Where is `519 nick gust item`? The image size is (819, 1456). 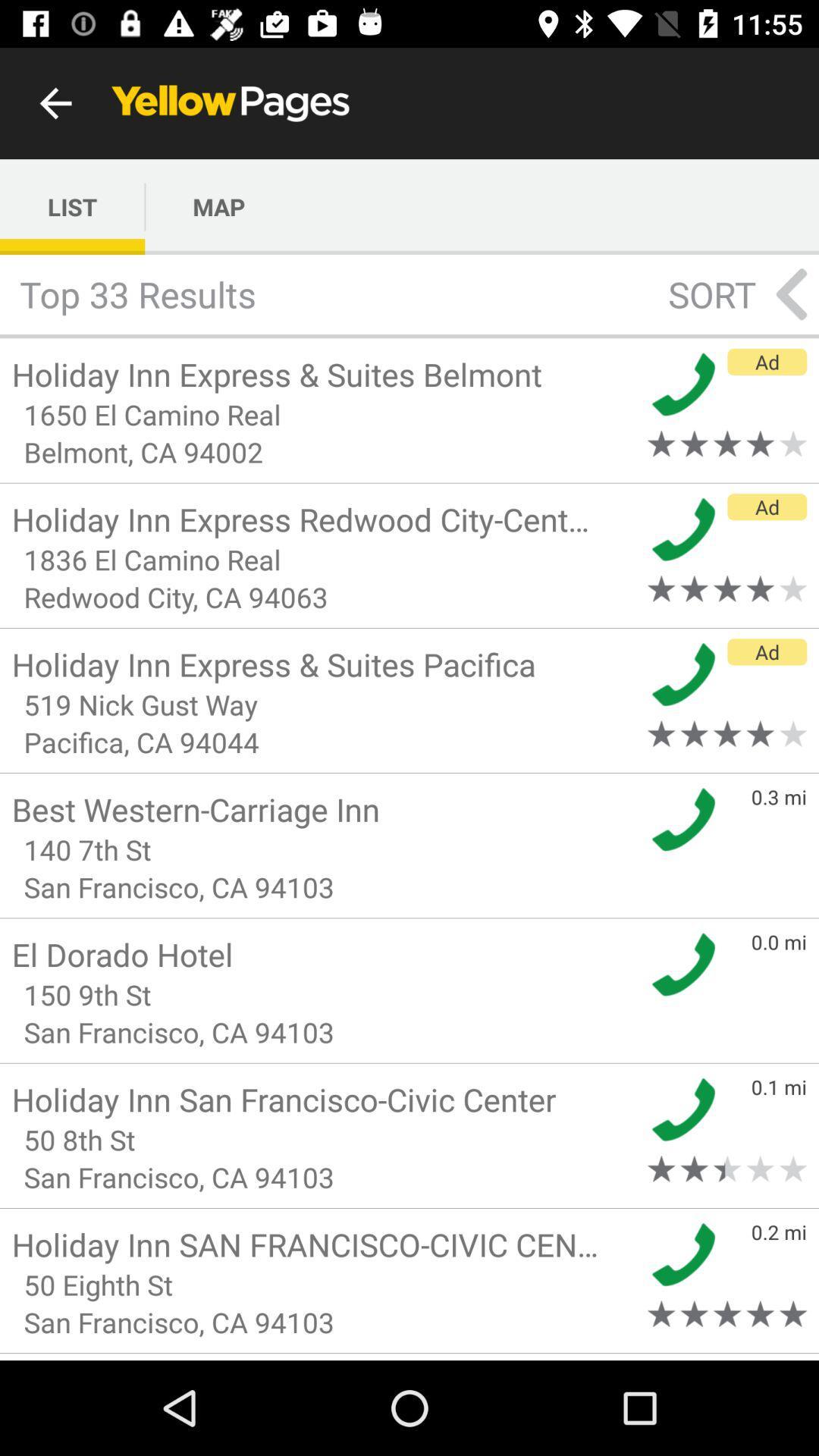
519 nick gust item is located at coordinates (324, 704).